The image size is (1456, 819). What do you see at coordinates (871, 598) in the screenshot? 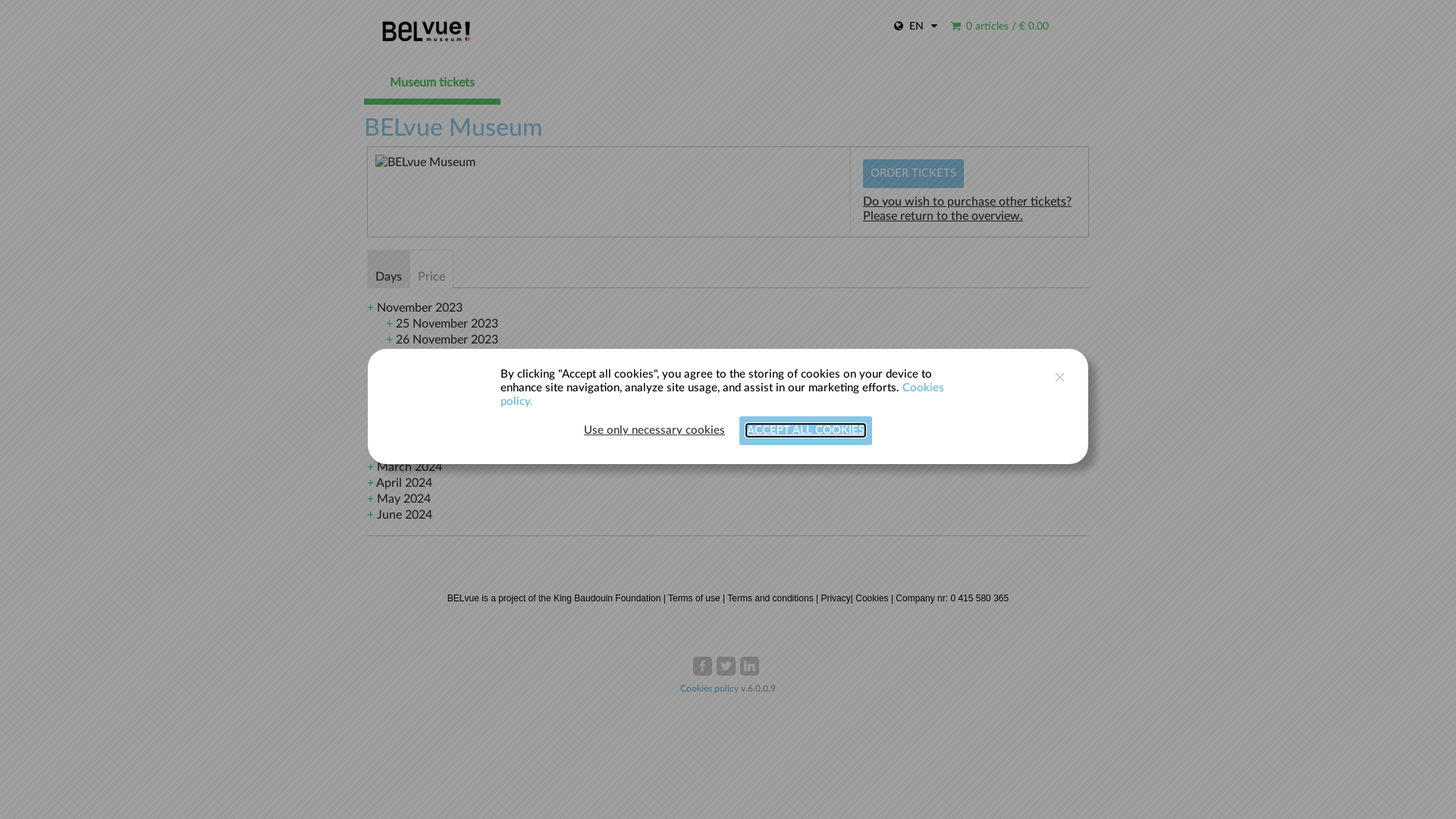
I see `'Cookies'` at bounding box center [871, 598].